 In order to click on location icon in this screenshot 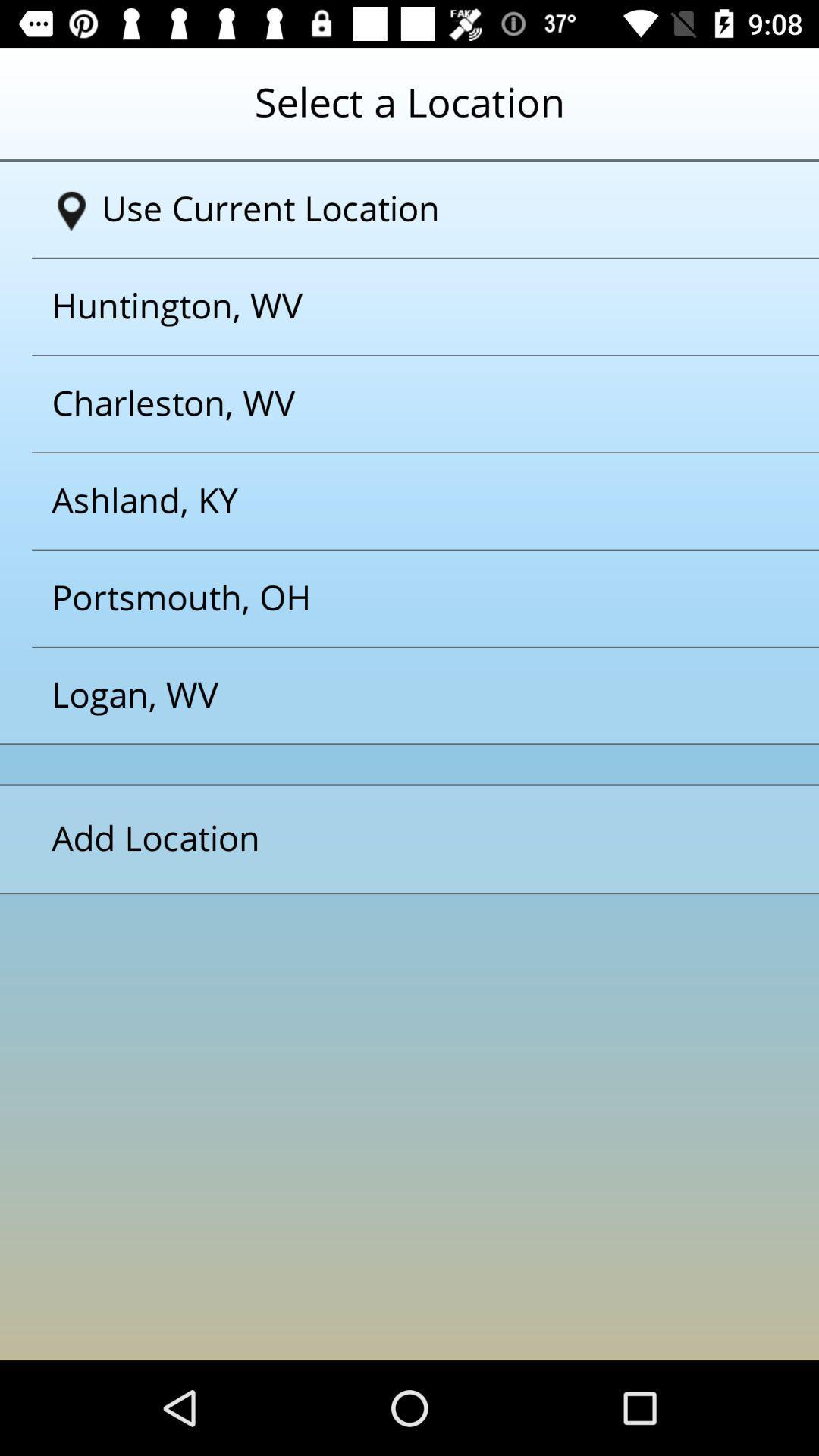, I will do `click(71, 210)`.